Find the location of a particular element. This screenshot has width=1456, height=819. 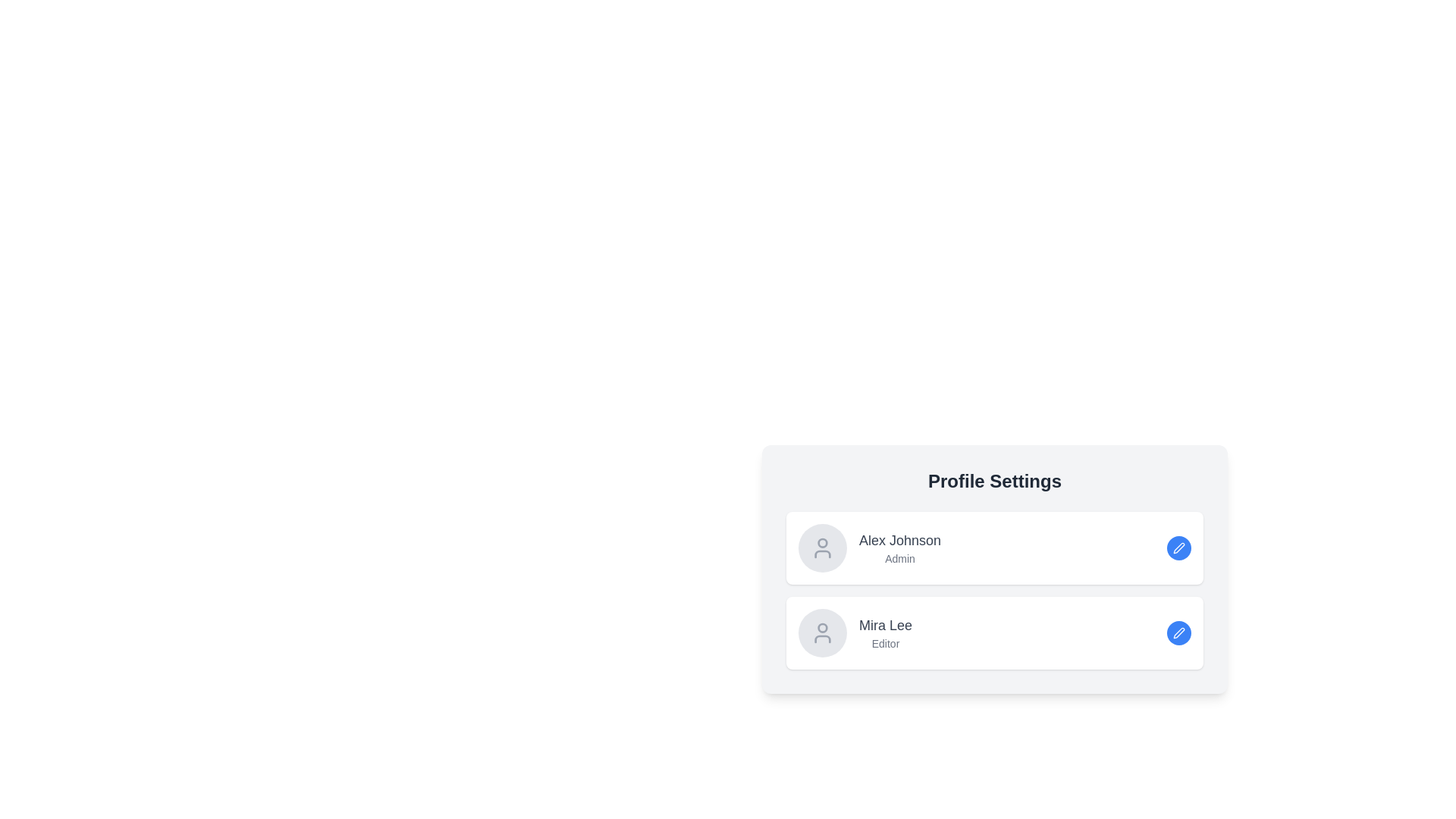

the edit button for 'Alex Johnson, Admin' in the Profile Settings is located at coordinates (1178, 548).